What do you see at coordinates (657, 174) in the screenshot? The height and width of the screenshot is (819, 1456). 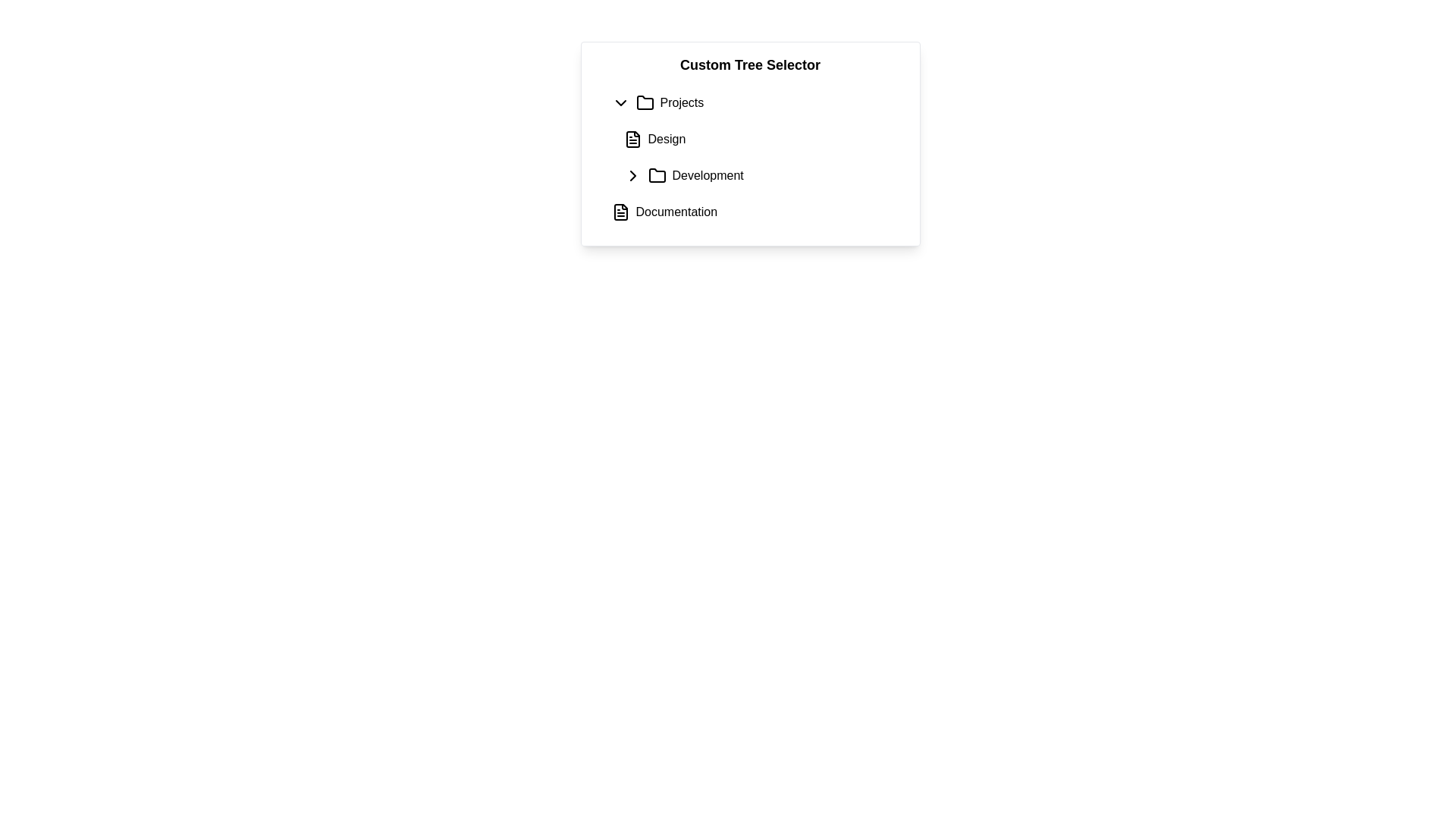 I see `the folder icon located within the 'Development' section of the 'Custom Tree Selector' component` at bounding box center [657, 174].